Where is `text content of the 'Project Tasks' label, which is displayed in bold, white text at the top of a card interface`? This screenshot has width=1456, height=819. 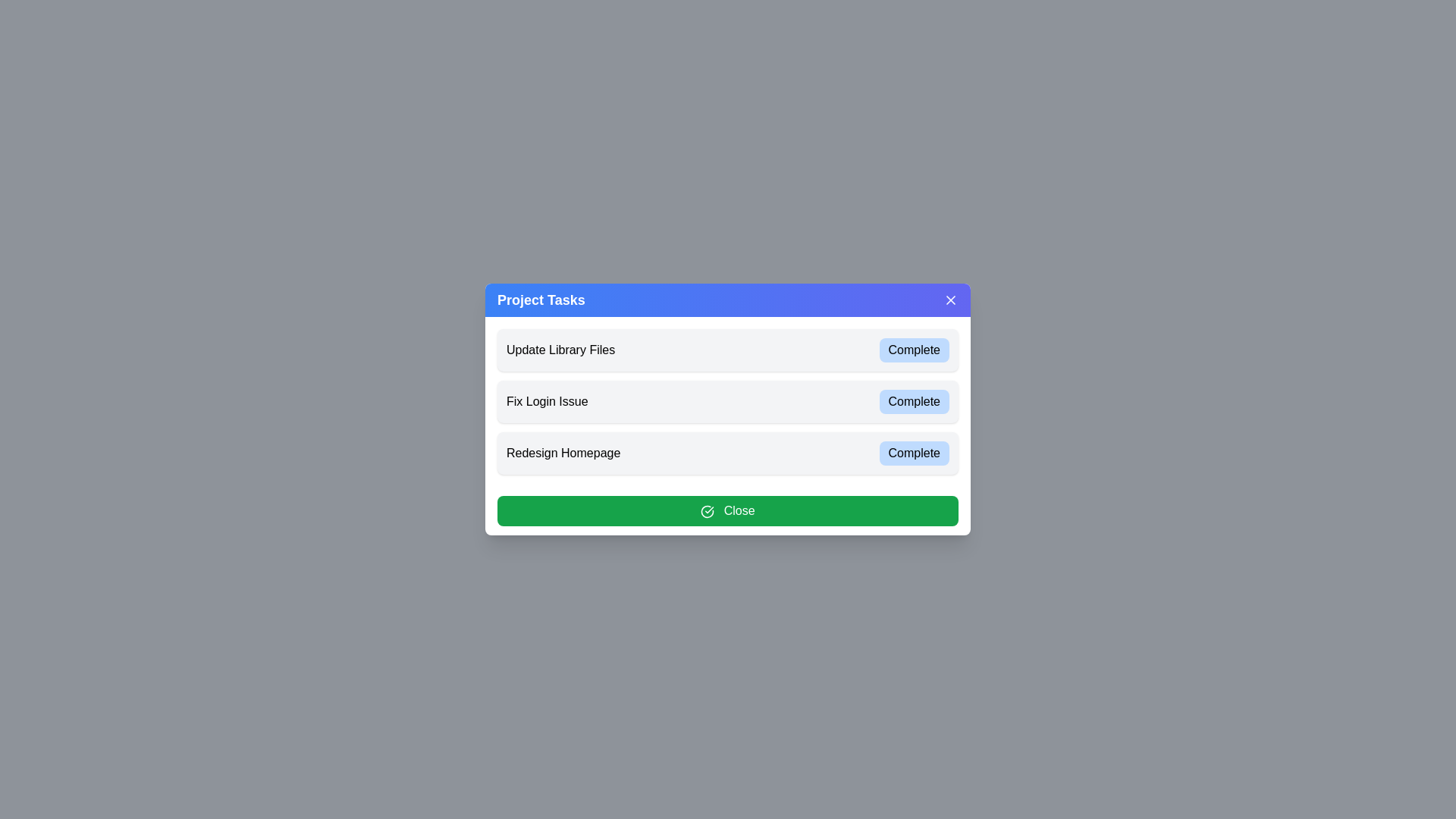 text content of the 'Project Tasks' label, which is displayed in bold, white text at the top of a card interface is located at coordinates (541, 300).